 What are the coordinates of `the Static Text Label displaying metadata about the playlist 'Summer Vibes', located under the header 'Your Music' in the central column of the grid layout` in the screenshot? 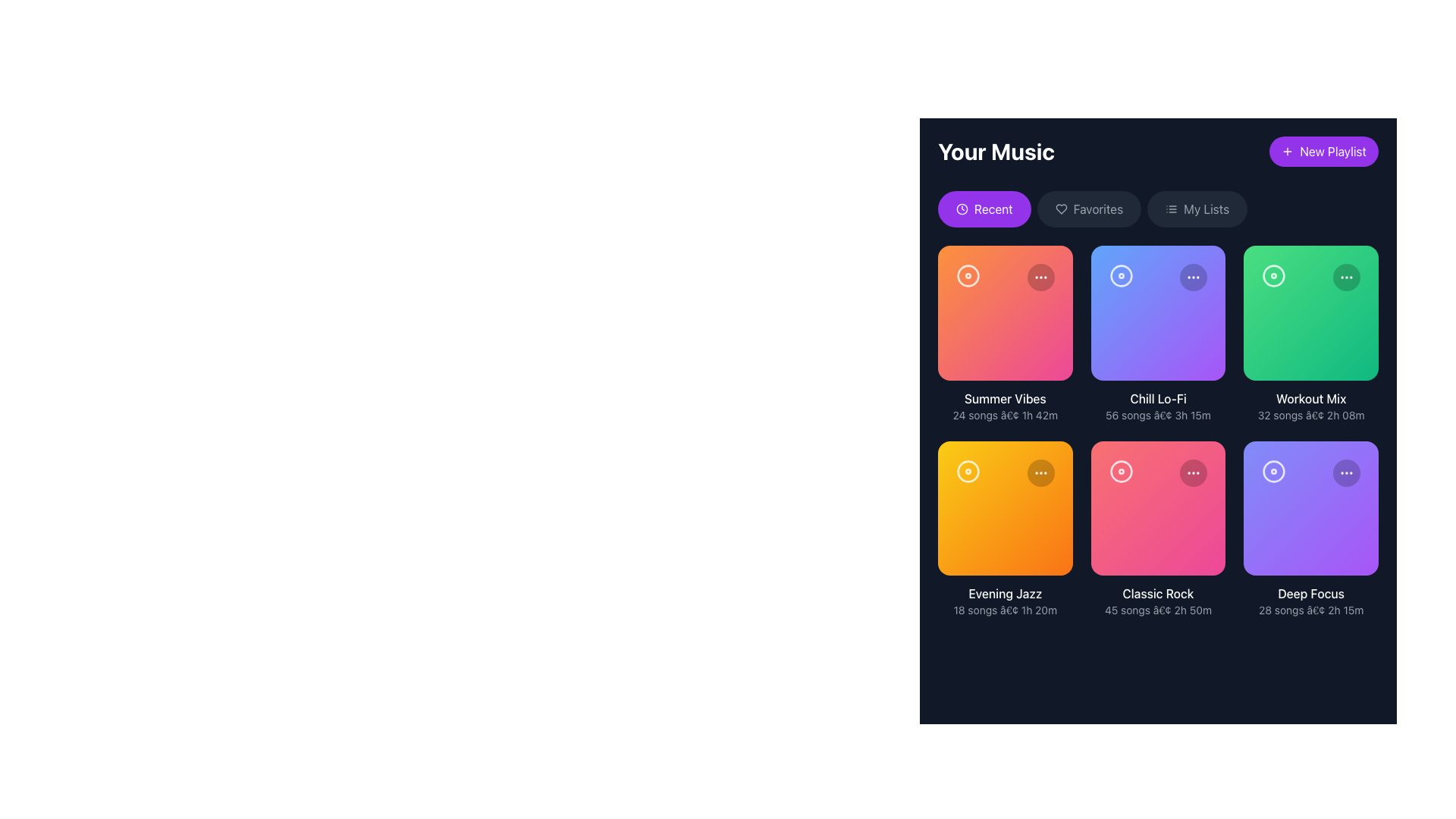 It's located at (1005, 415).